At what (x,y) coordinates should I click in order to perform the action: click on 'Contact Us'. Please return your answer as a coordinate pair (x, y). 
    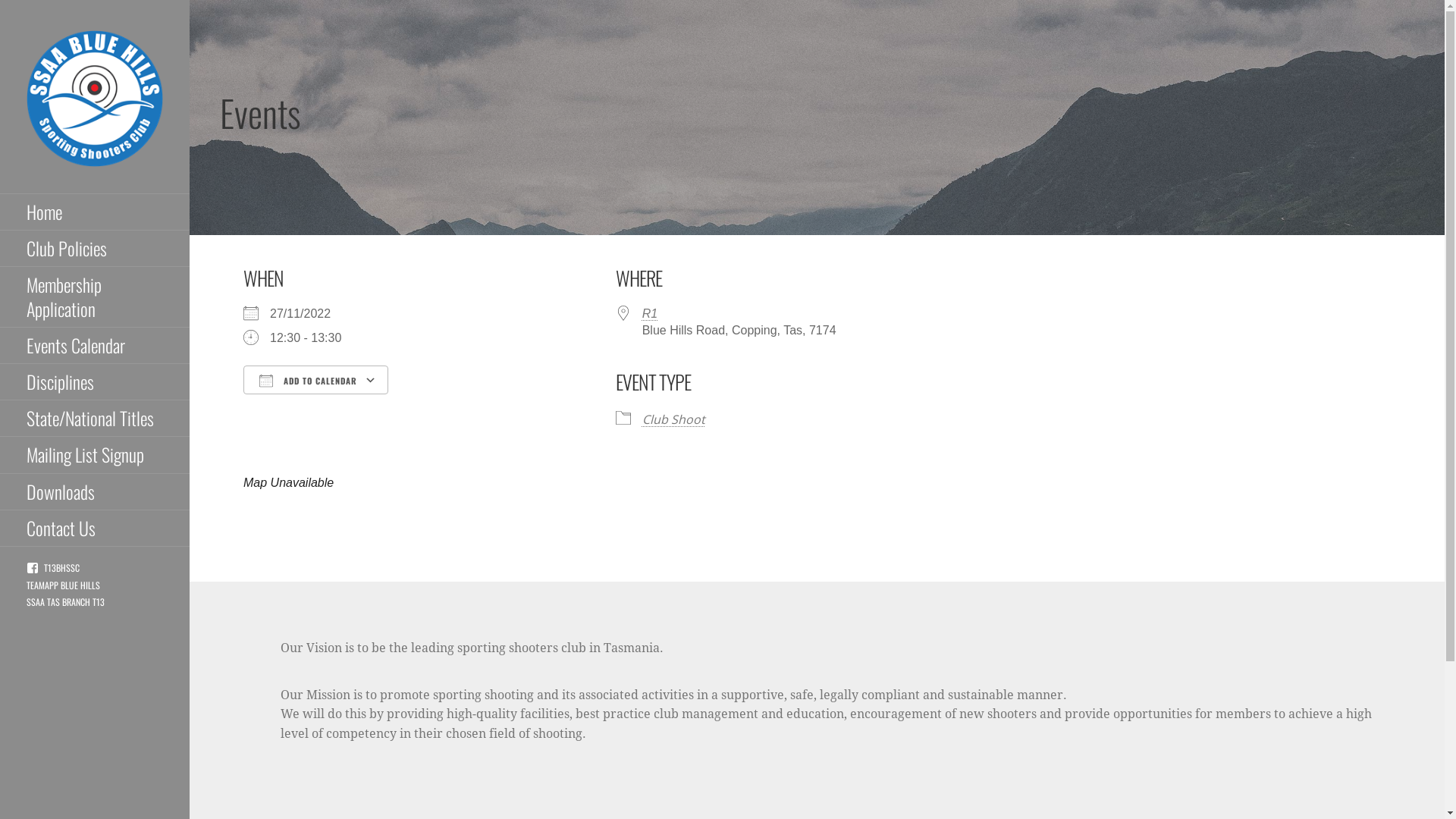
    Looking at the image, I should click on (93, 528).